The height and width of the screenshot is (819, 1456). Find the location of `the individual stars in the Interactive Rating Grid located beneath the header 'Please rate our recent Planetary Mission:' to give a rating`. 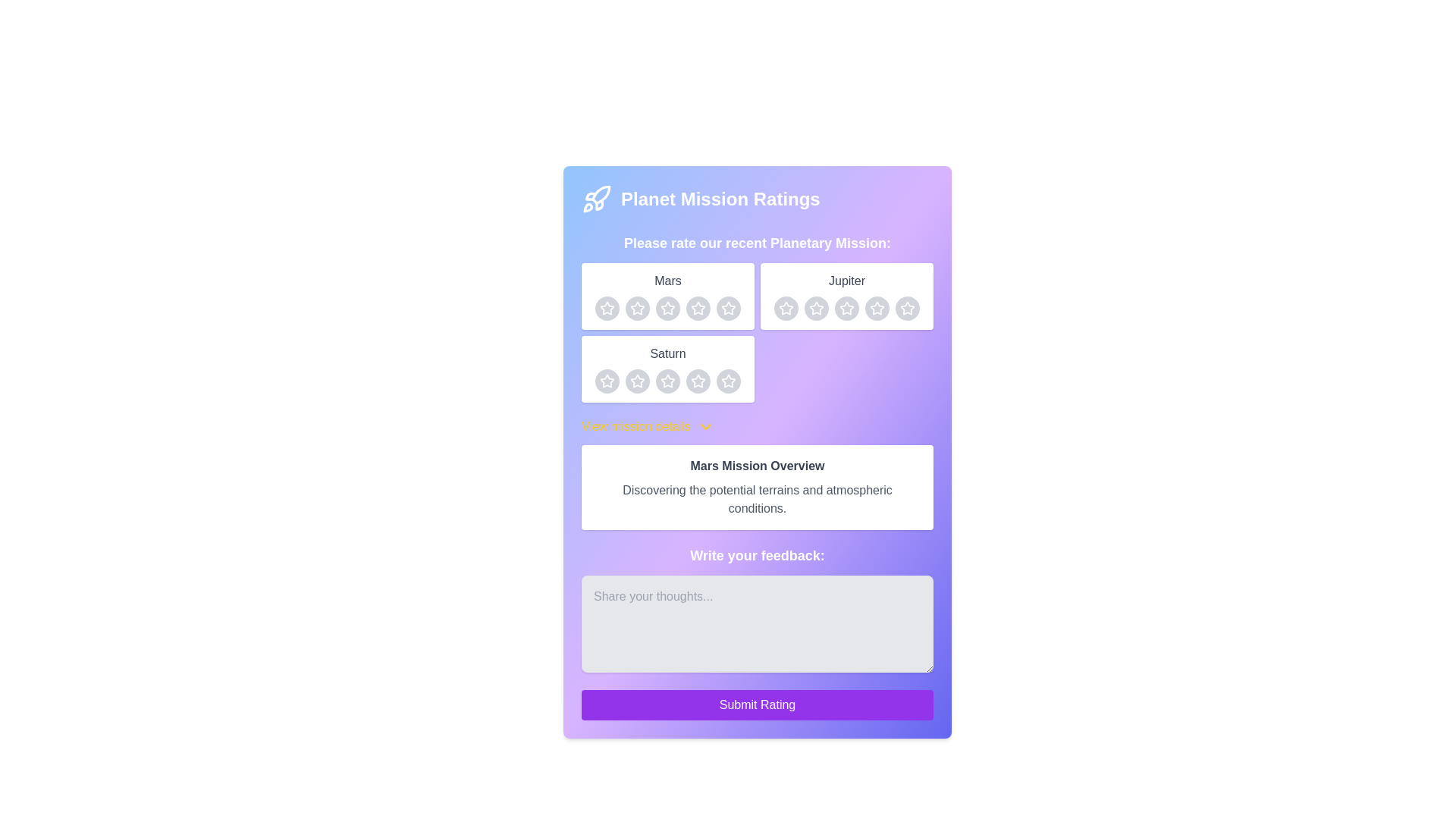

the individual stars in the Interactive Rating Grid located beneath the header 'Please rate our recent Planetary Mission:' to give a rating is located at coordinates (757, 332).